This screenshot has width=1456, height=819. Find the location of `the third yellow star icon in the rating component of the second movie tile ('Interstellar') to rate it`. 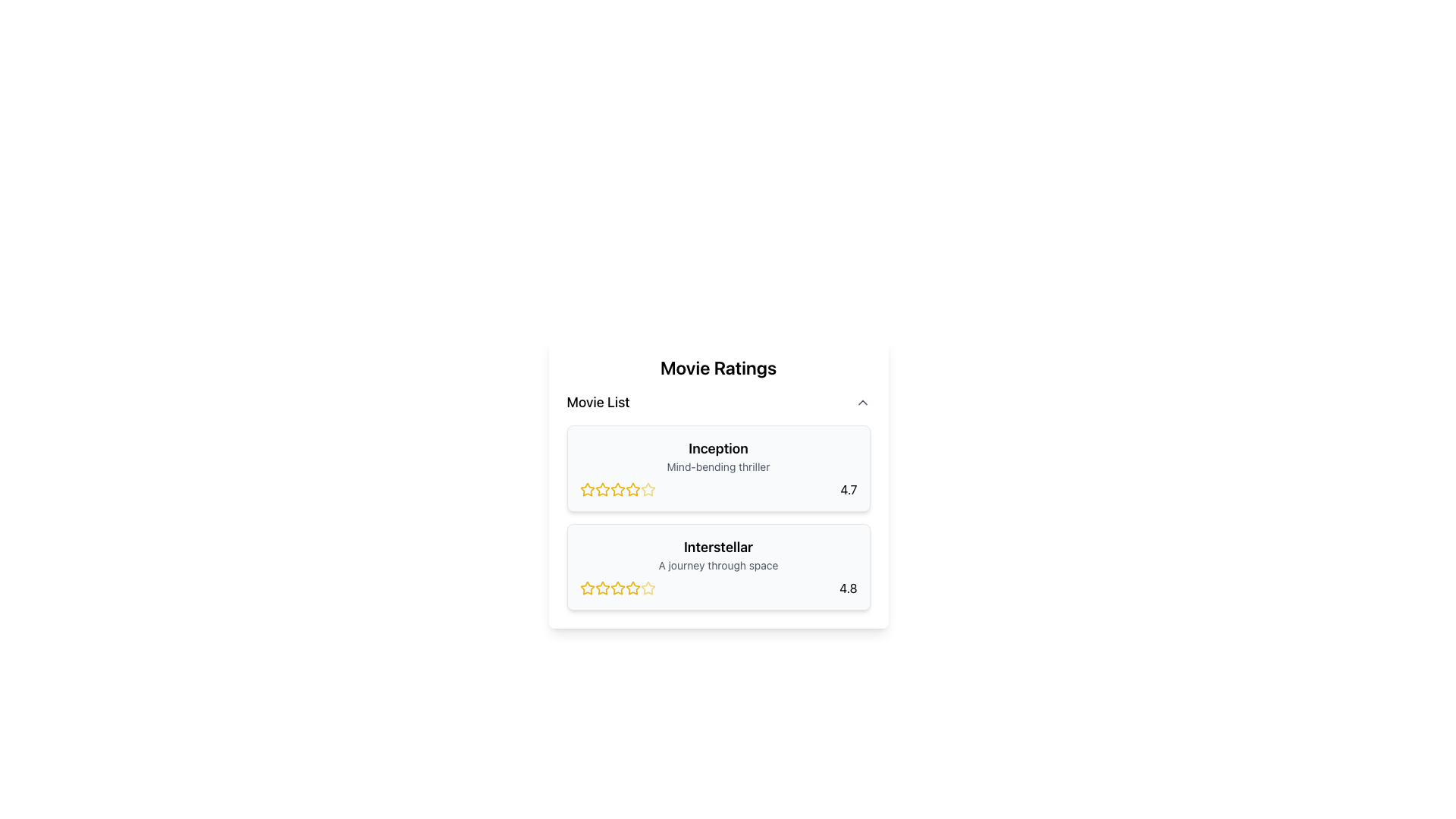

the third yellow star icon in the rating component of the second movie tile ('Interstellar') to rate it is located at coordinates (617, 587).